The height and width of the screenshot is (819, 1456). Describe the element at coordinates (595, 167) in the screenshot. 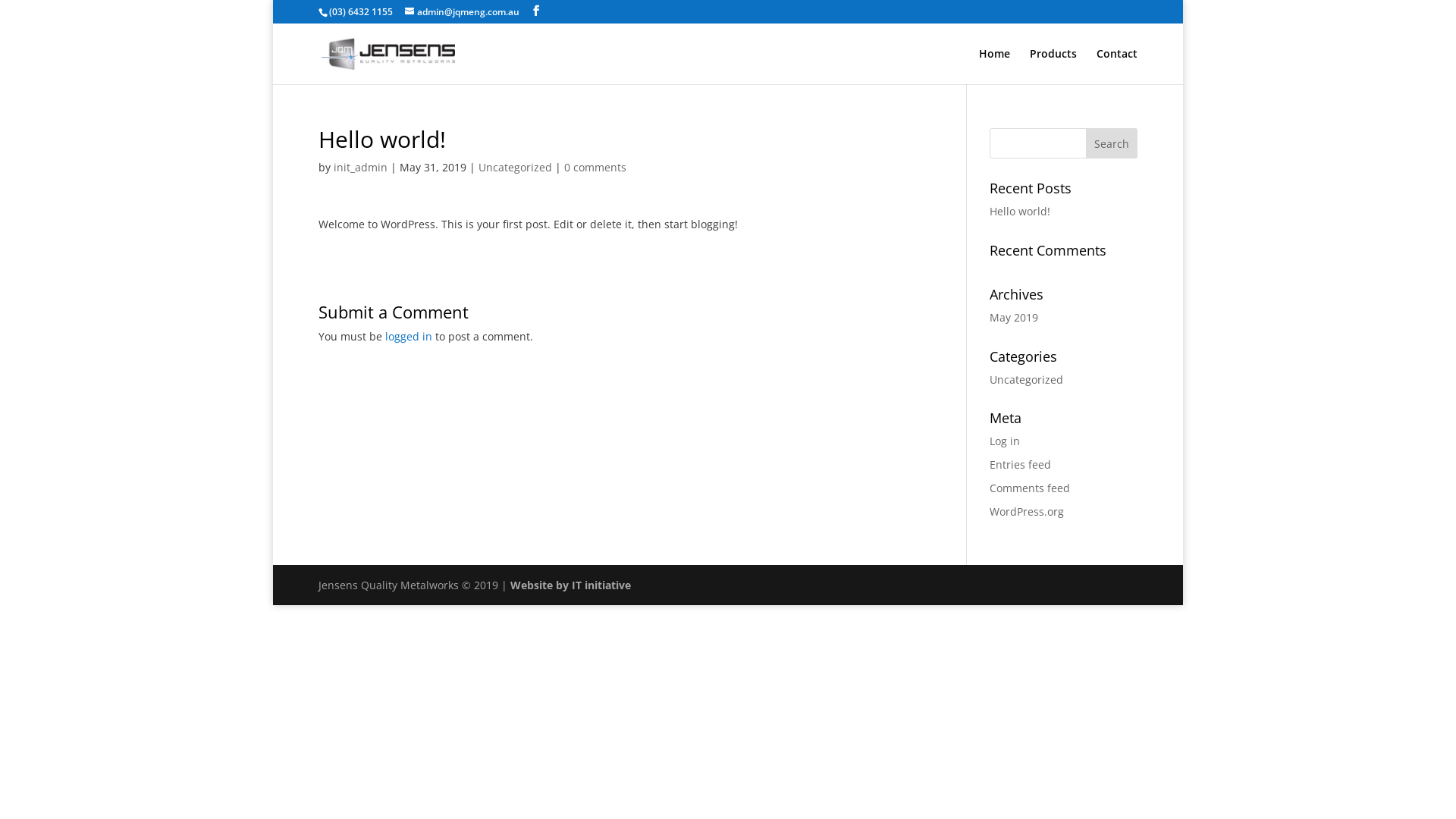

I see `'0 comments'` at that location.